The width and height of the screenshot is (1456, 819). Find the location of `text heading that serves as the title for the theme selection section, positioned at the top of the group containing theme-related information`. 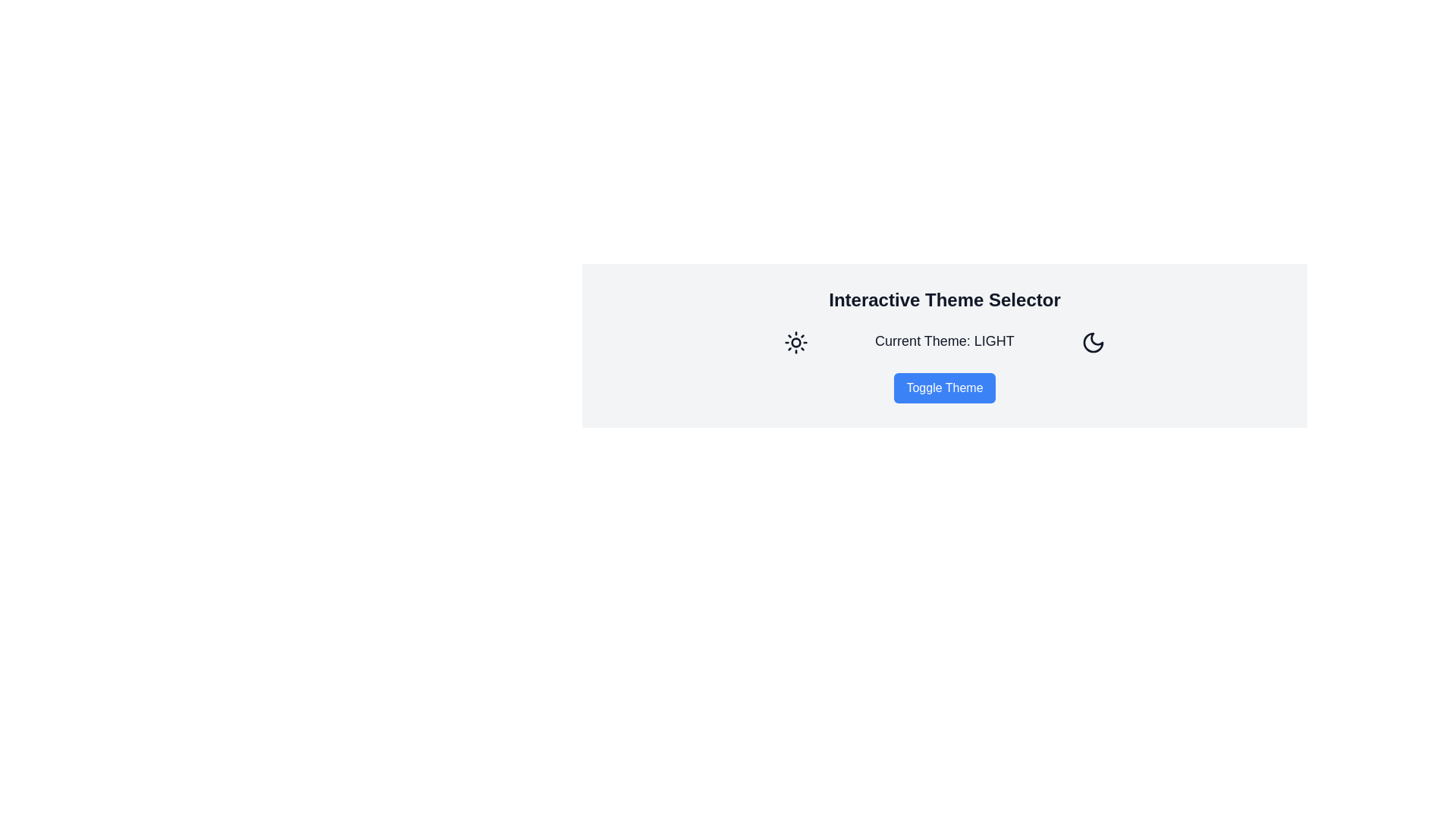

text heading that serves as the title for the theme selection section, positioned at the top of the group containing theme-related information is located at coordinates (944, 300).